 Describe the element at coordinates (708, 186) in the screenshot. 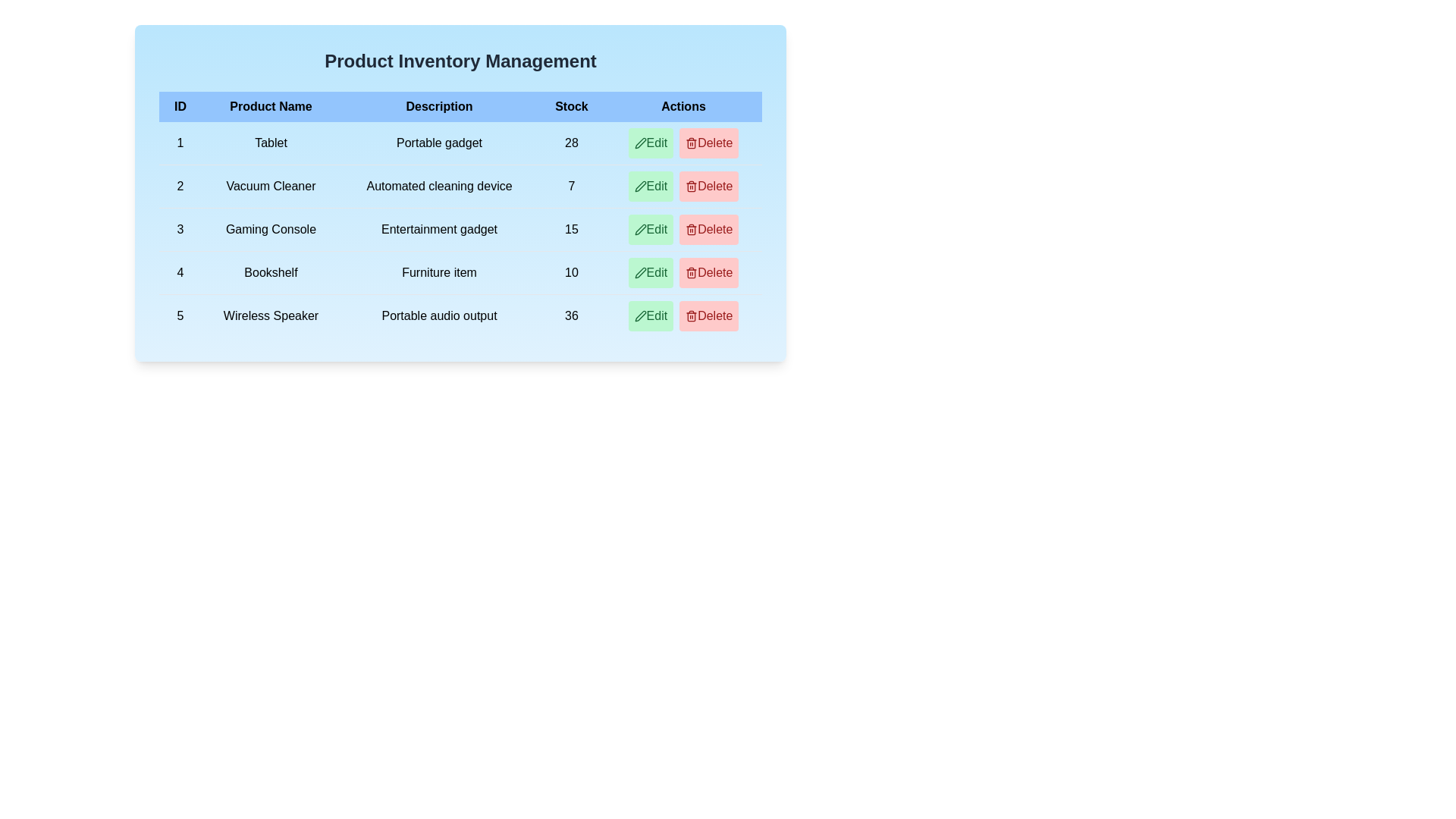

I see `the delete button located in the second row of the 'Actions' column in the table, which is to the right of the 'Edit' button, to observe the hover effects` at that location.